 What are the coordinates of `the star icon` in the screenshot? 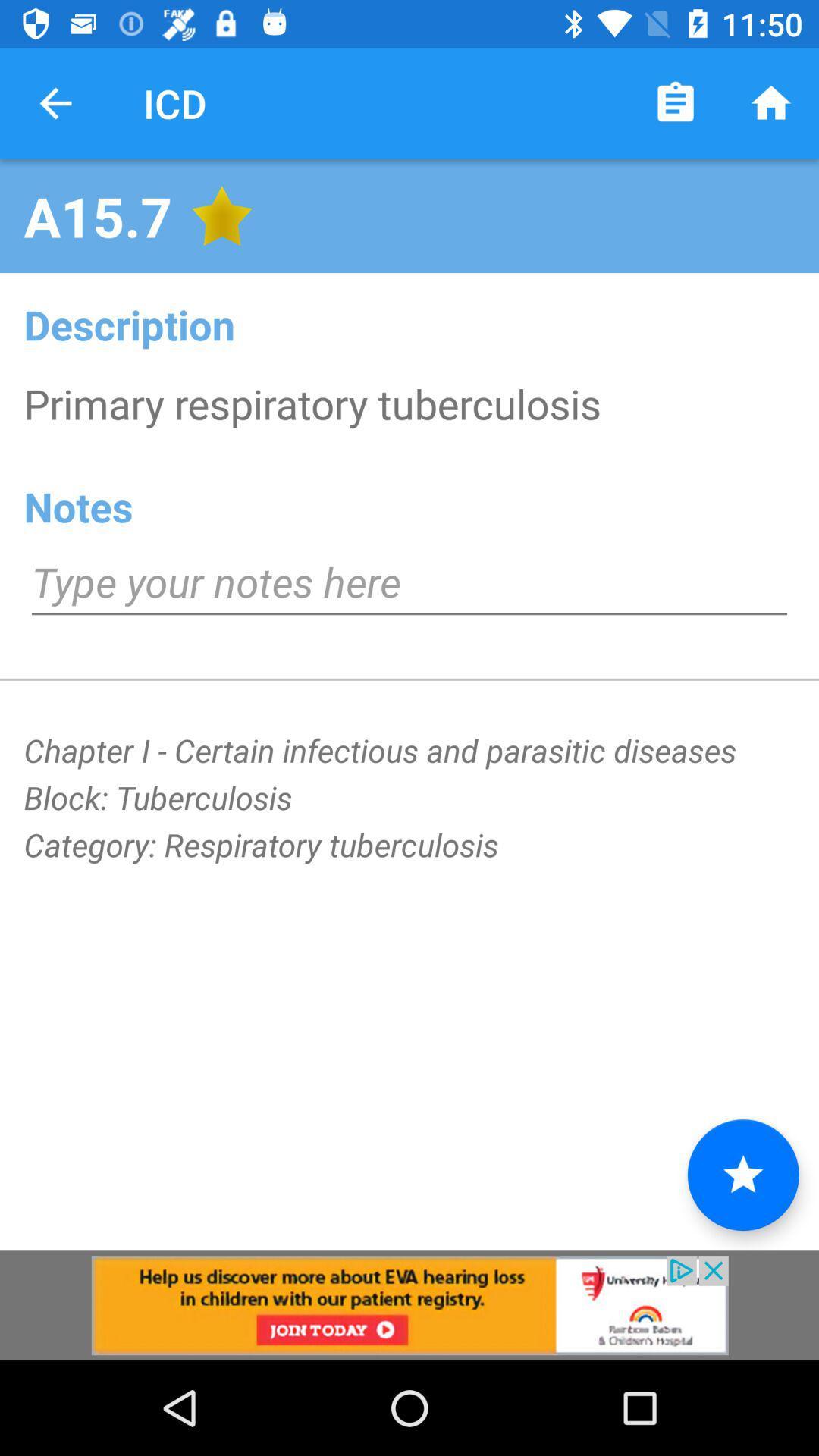 It's located at (221, 215).